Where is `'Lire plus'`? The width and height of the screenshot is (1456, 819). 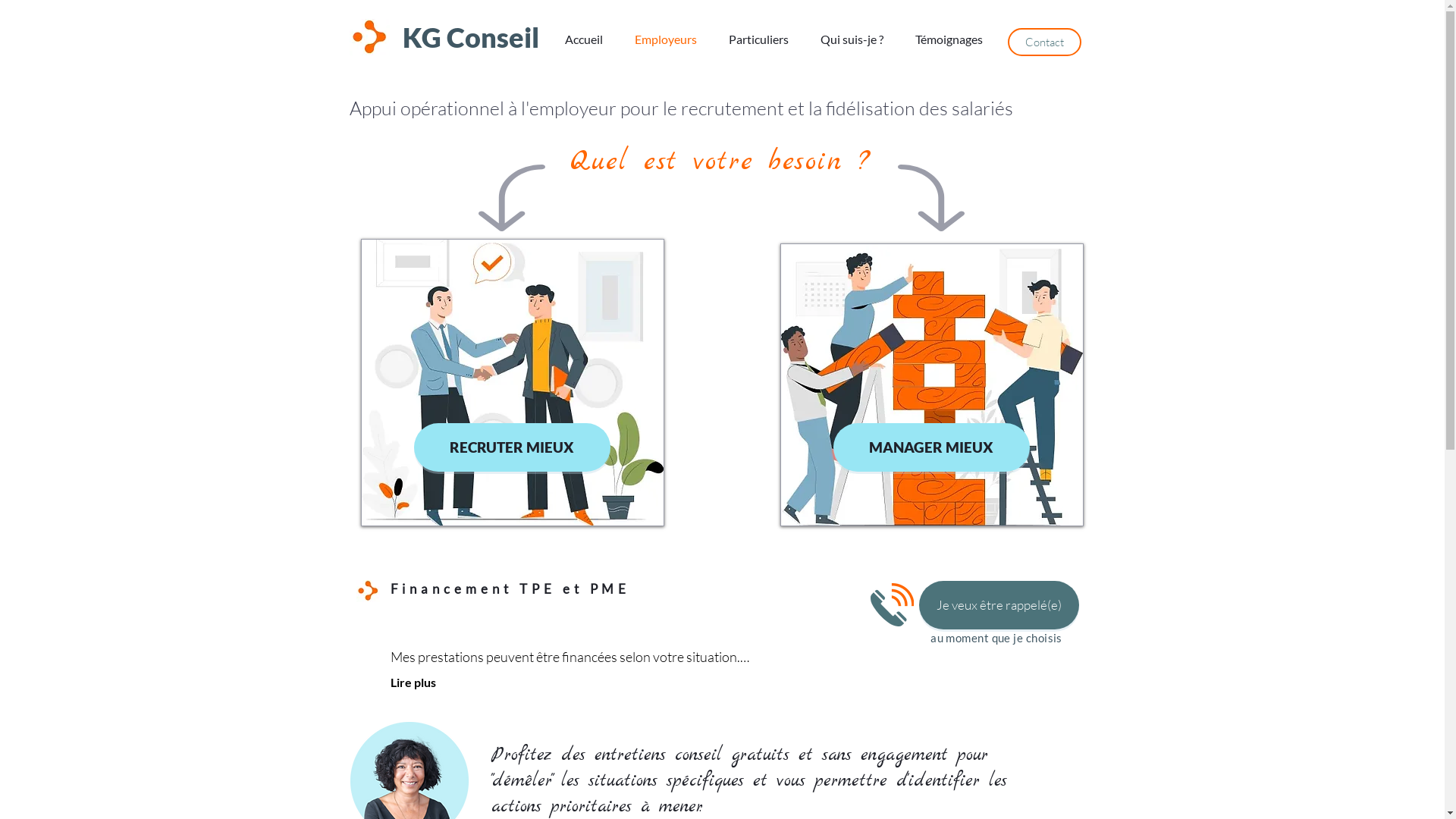
'Lire plus' is located at coordinates (412, 681).